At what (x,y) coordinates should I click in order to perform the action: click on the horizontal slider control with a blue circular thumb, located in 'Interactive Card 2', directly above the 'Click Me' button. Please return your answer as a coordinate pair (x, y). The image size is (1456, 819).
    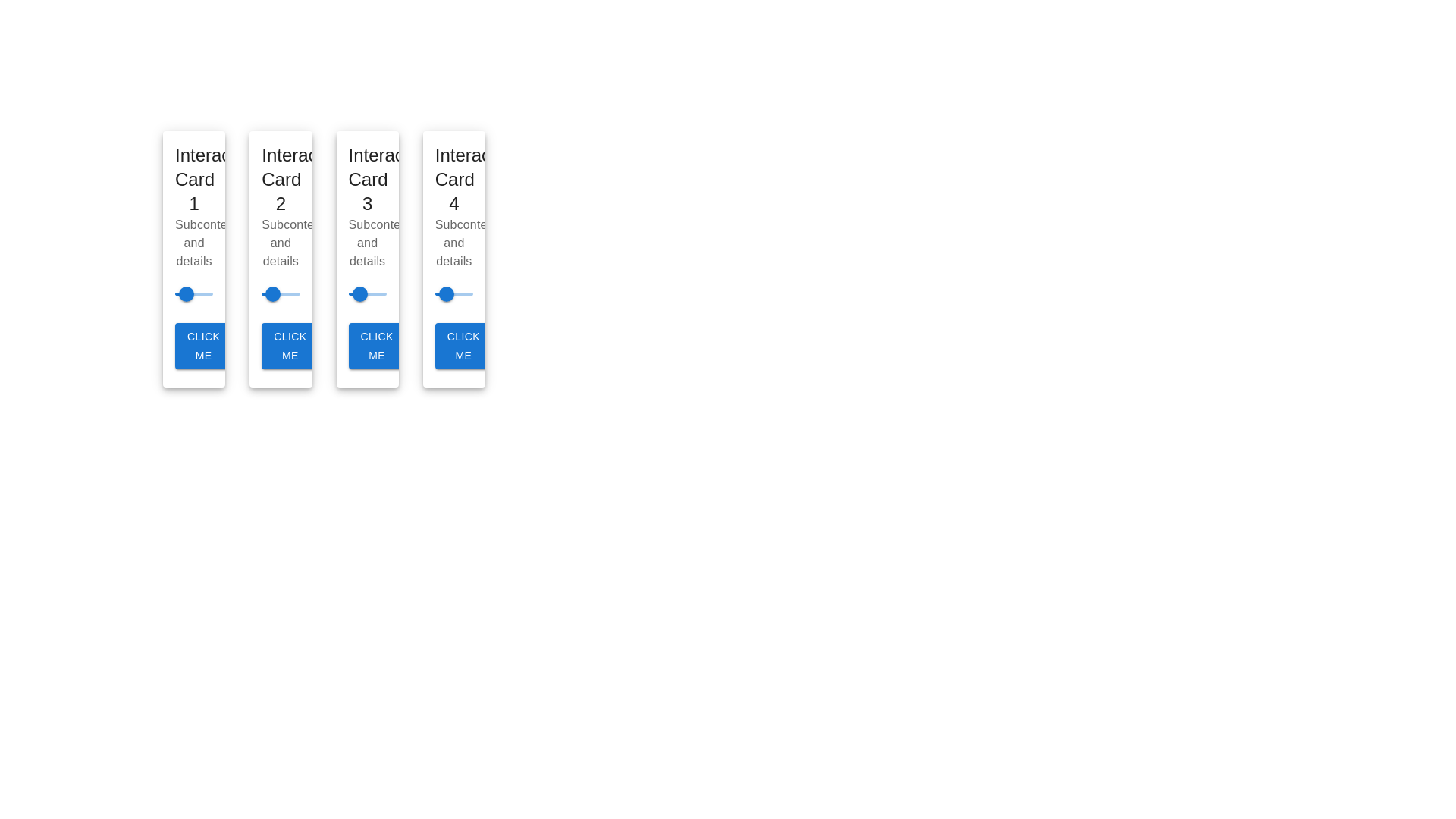
    Looking at the image, I should click on (281, 294).